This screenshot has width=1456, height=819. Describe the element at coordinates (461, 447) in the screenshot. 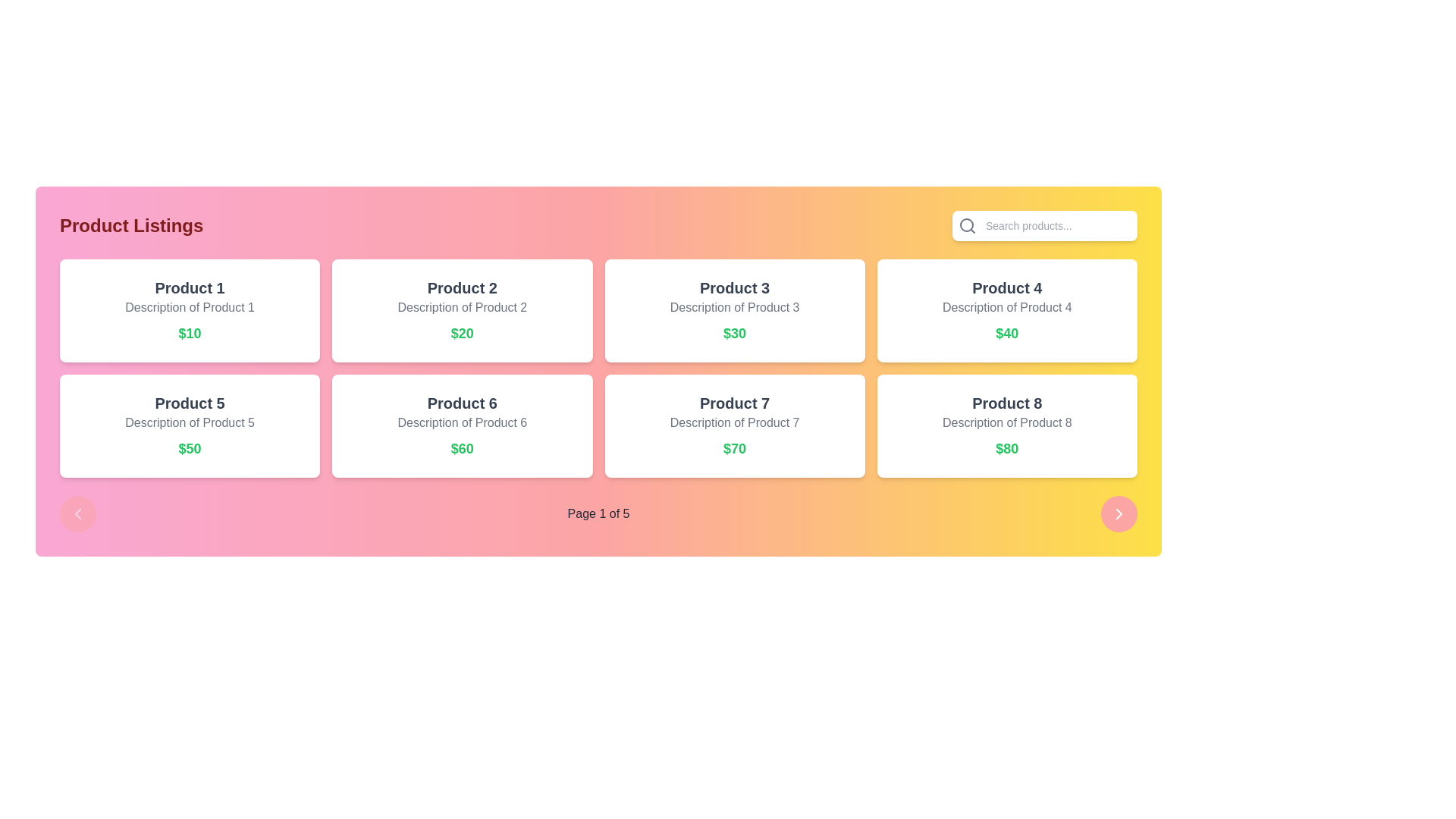

I see `the value displayed in the bold green text label showing '$60', located below the description text of 'Product 6'` at that location.